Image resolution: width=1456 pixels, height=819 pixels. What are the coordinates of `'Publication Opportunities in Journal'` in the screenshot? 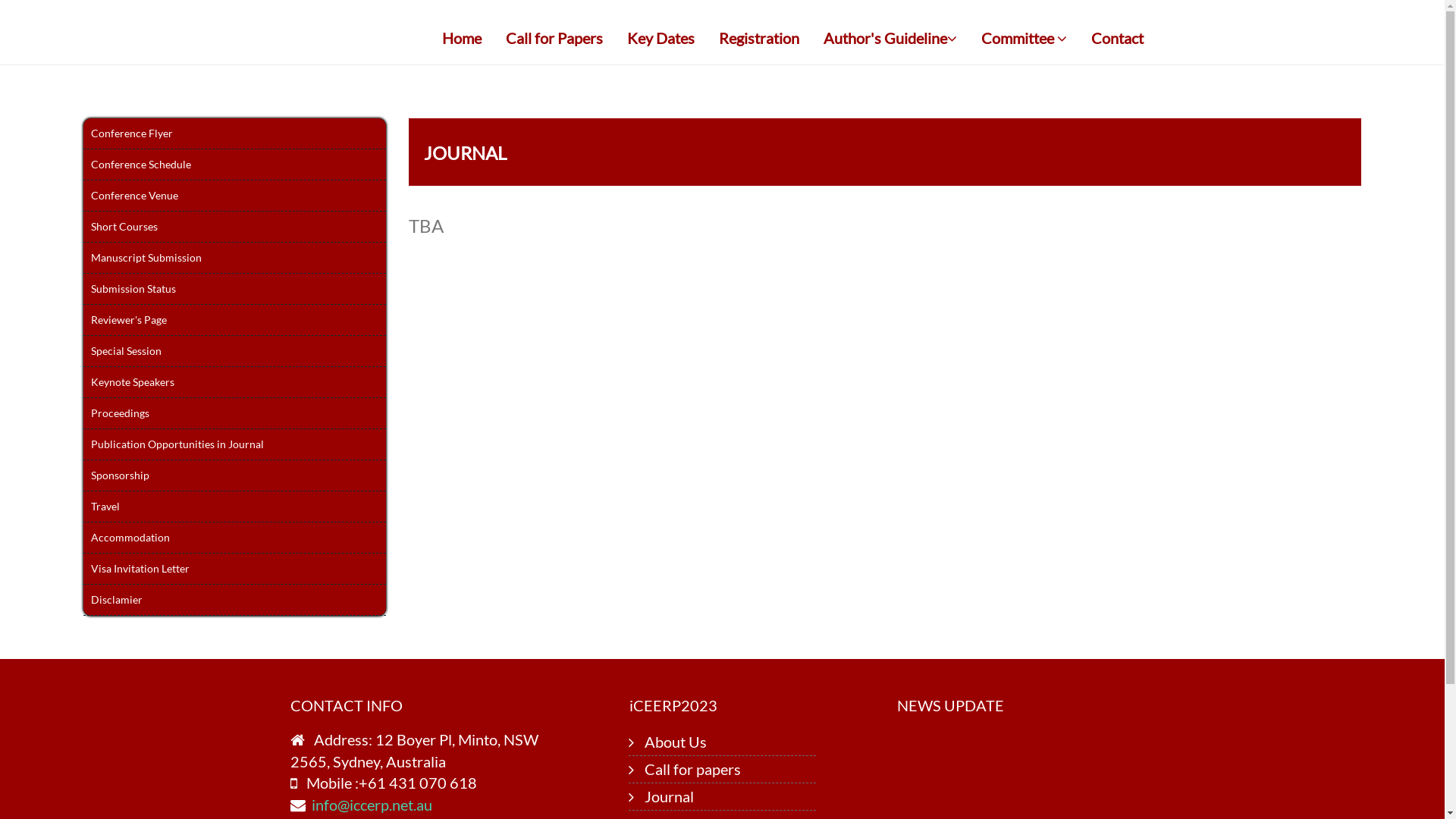 It's located at (234, 444).